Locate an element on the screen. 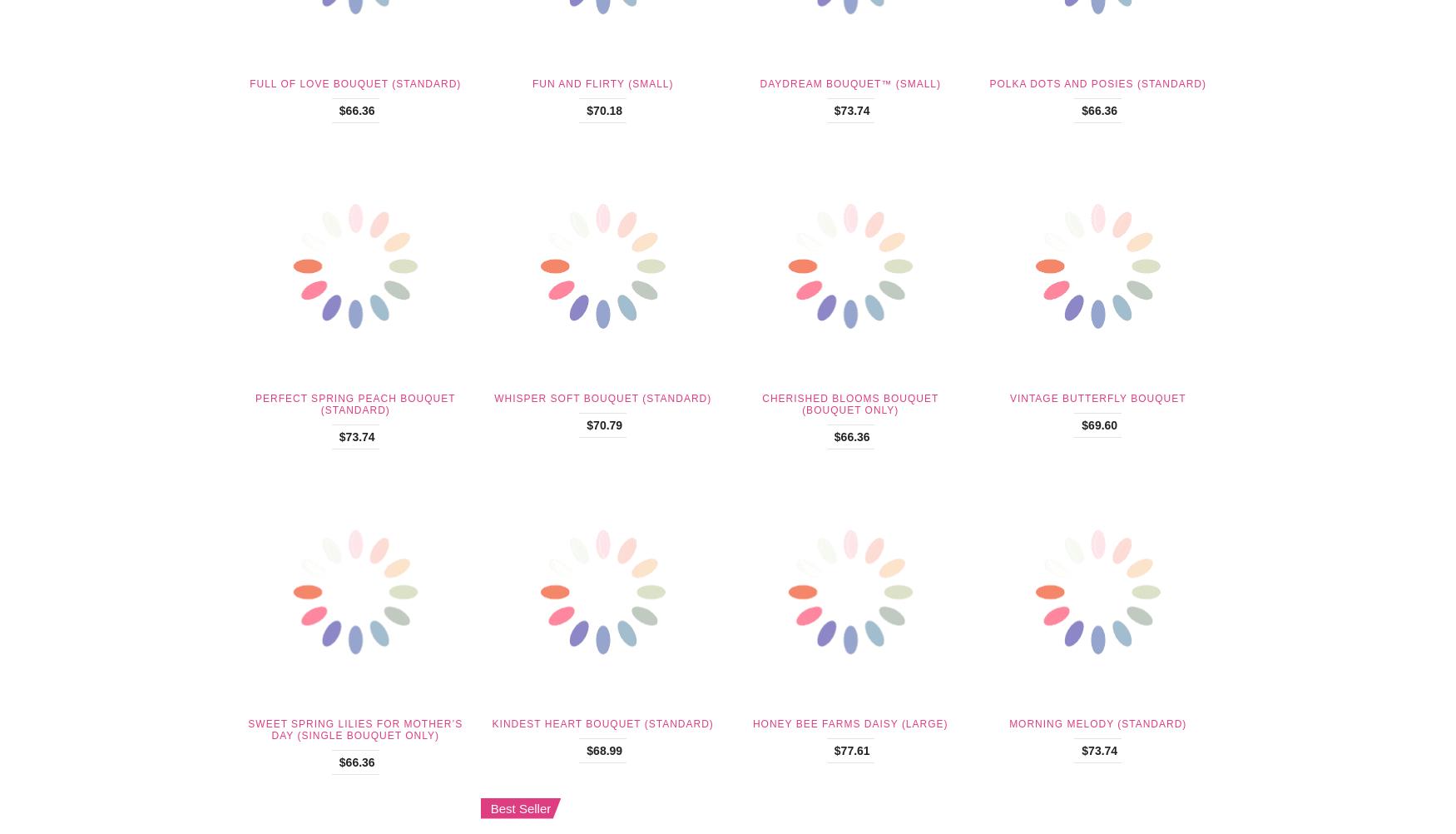 The height and width of the screenshot is (834, 1456). 'Morning Melody (Standard)' is located at coordinates (1097, 724).